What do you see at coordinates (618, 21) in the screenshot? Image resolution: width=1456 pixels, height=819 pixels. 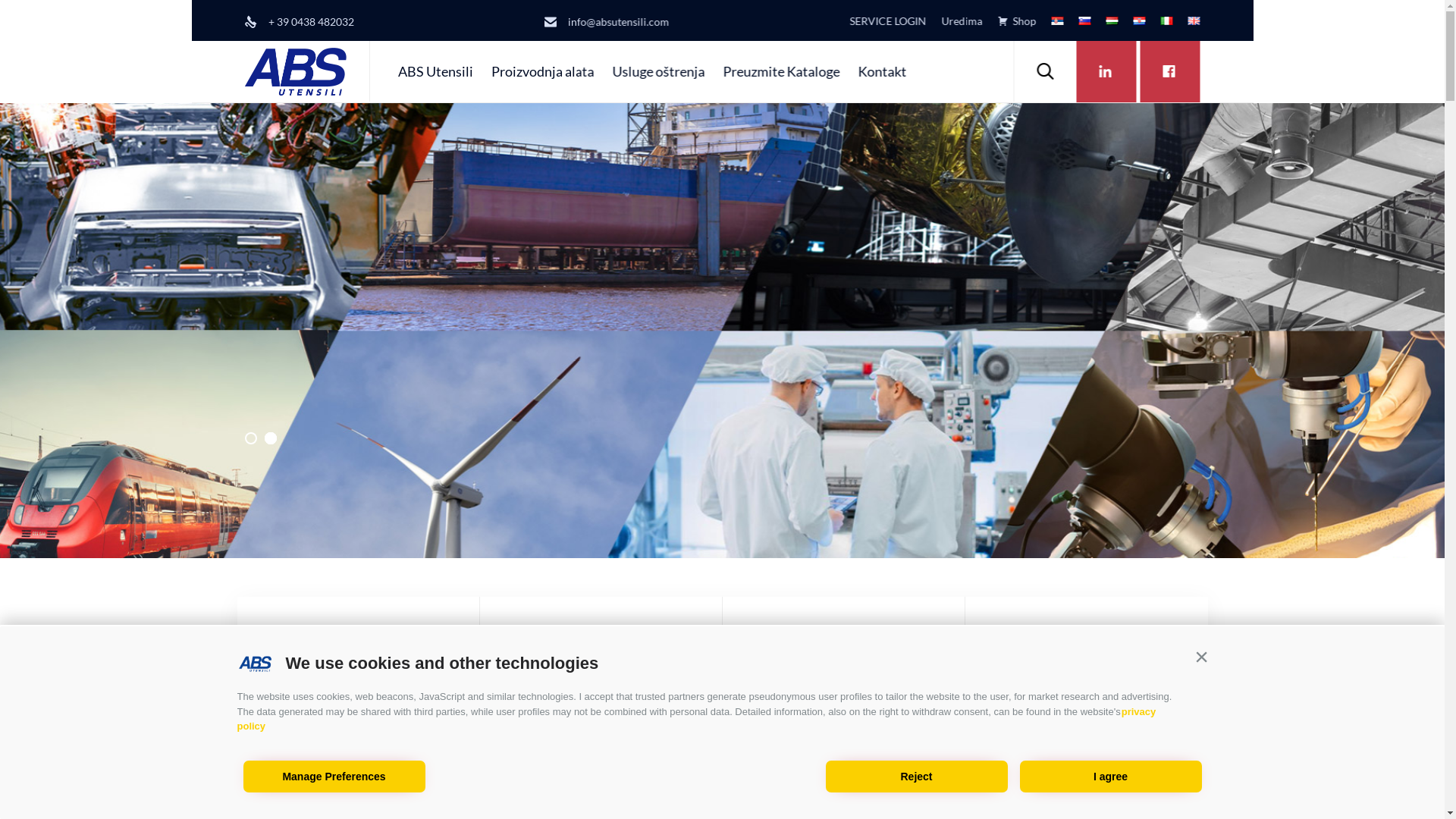 I see `'info@absutensili.com'` at bounding box center [618, 21].